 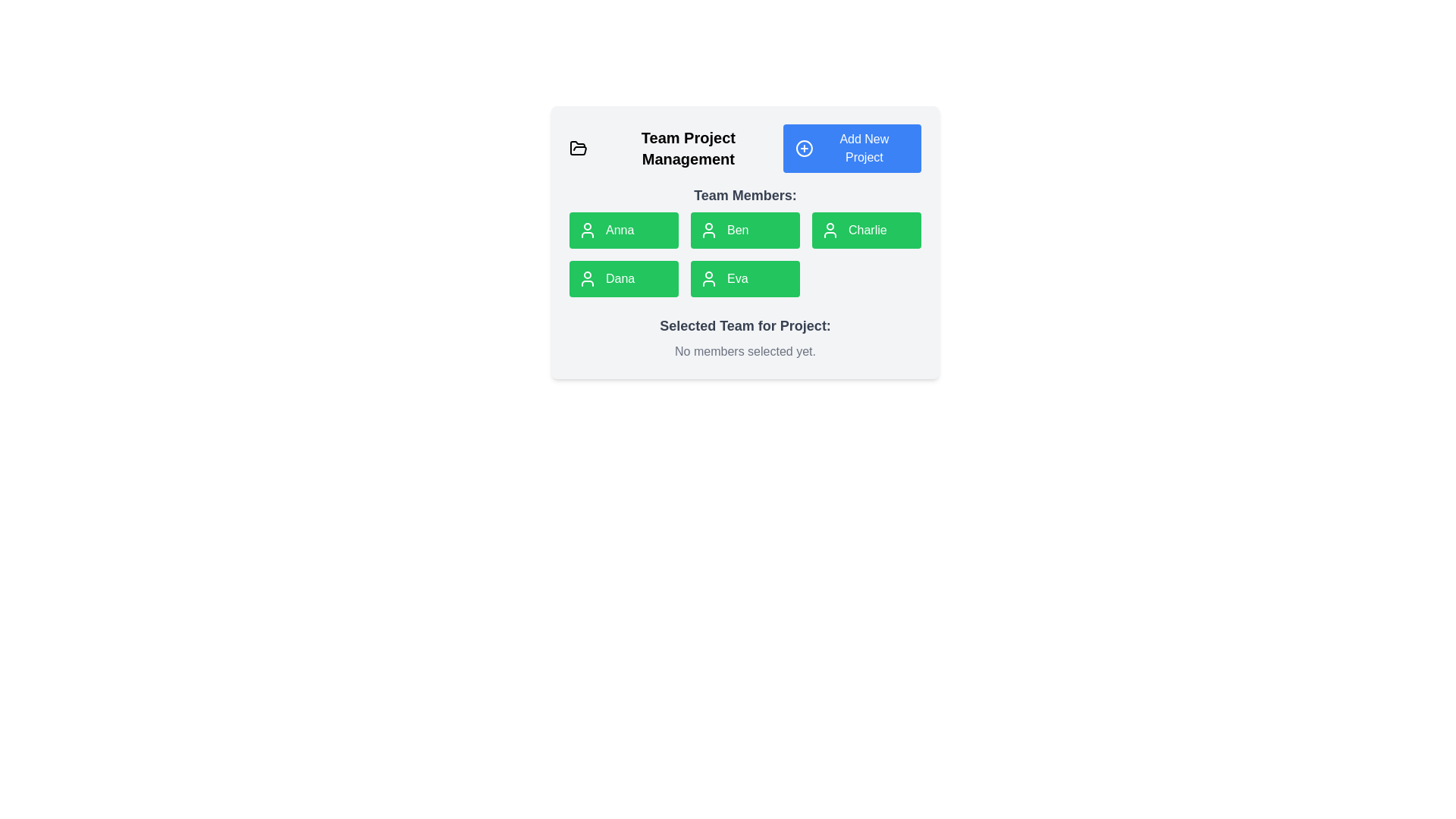 What do you see at coordinates (745, 325) in the screenshot?
I see `the text label displaying 'Selected Team for Project:'` at bounding box center [745, 325].